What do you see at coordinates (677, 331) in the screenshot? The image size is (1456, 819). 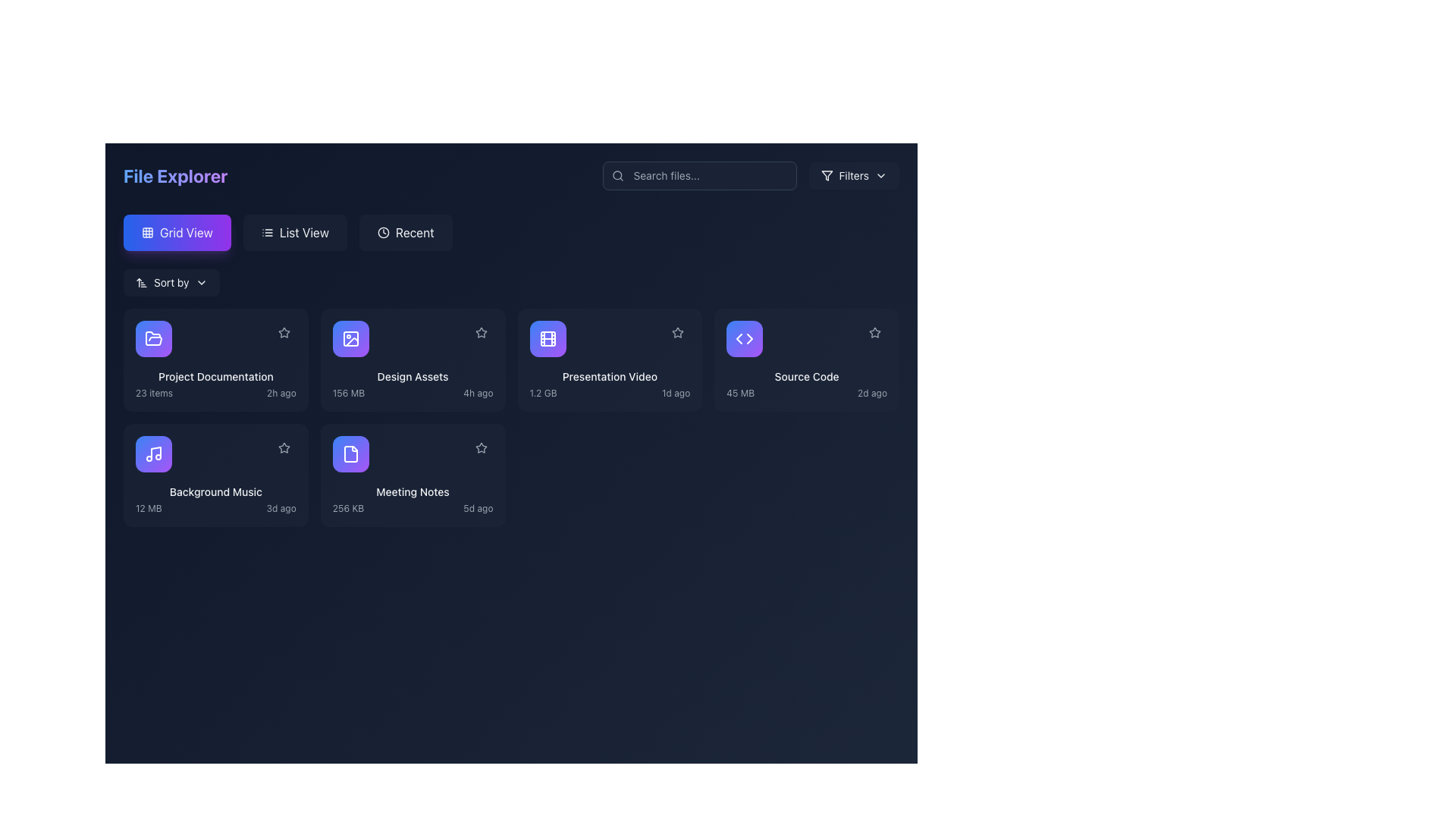 I see `the favorite button located at the top-right corner of the 'Presentation Video' file card to mark it as a favorite` at bounding box center [677, 331].